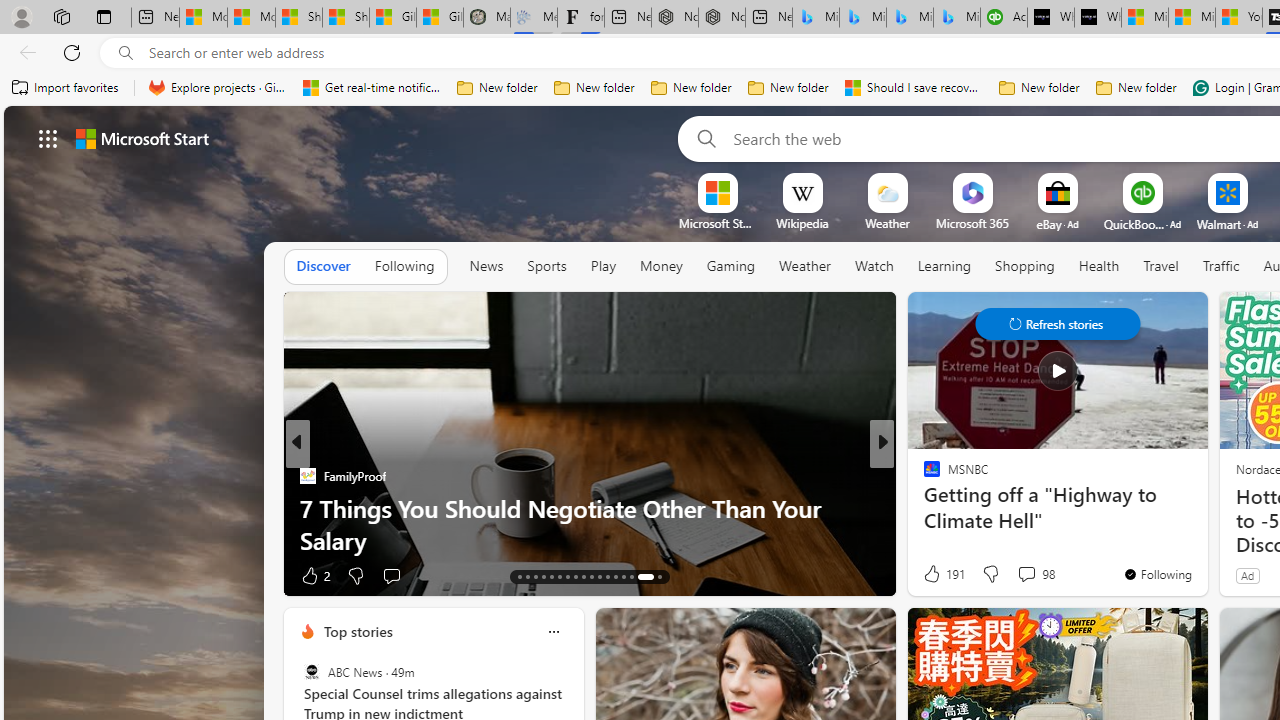 The image size is (1280, 720). What do you see at coordinates (1157, 573) in the screenshot?
I see `'You'` at bounding box center [1157, 573].